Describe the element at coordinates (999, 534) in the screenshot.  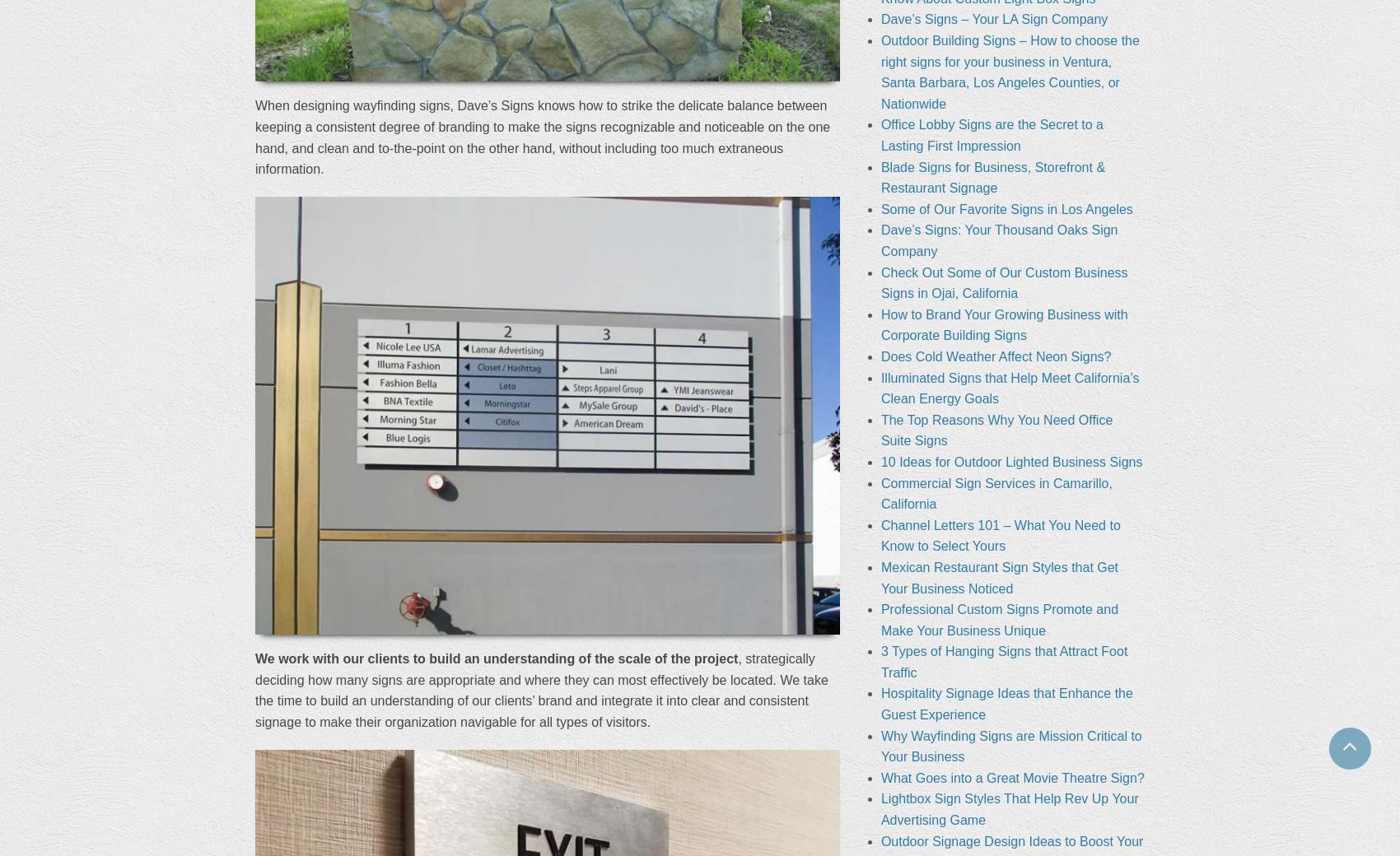
I see `'Channel Letters 101 – What You Need to Know to Select Yours'` at that location.